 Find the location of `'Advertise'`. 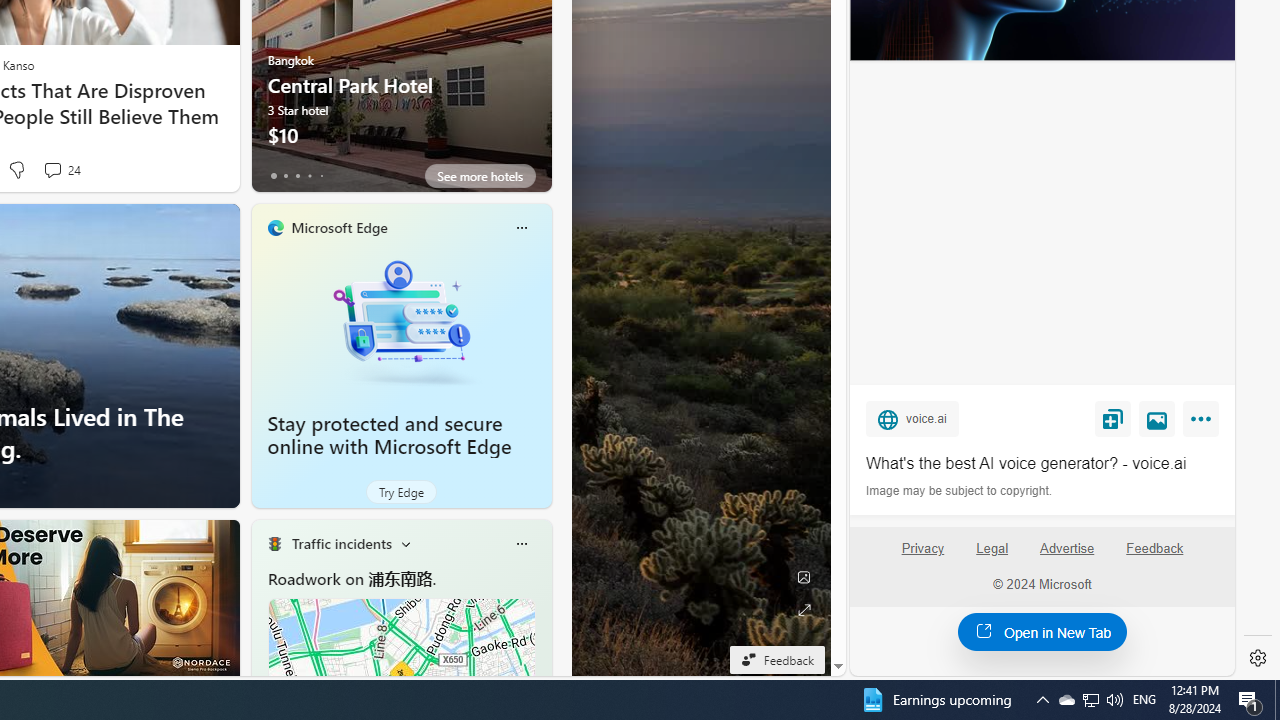

'Advertise' is located at coordinates (1065, 548).